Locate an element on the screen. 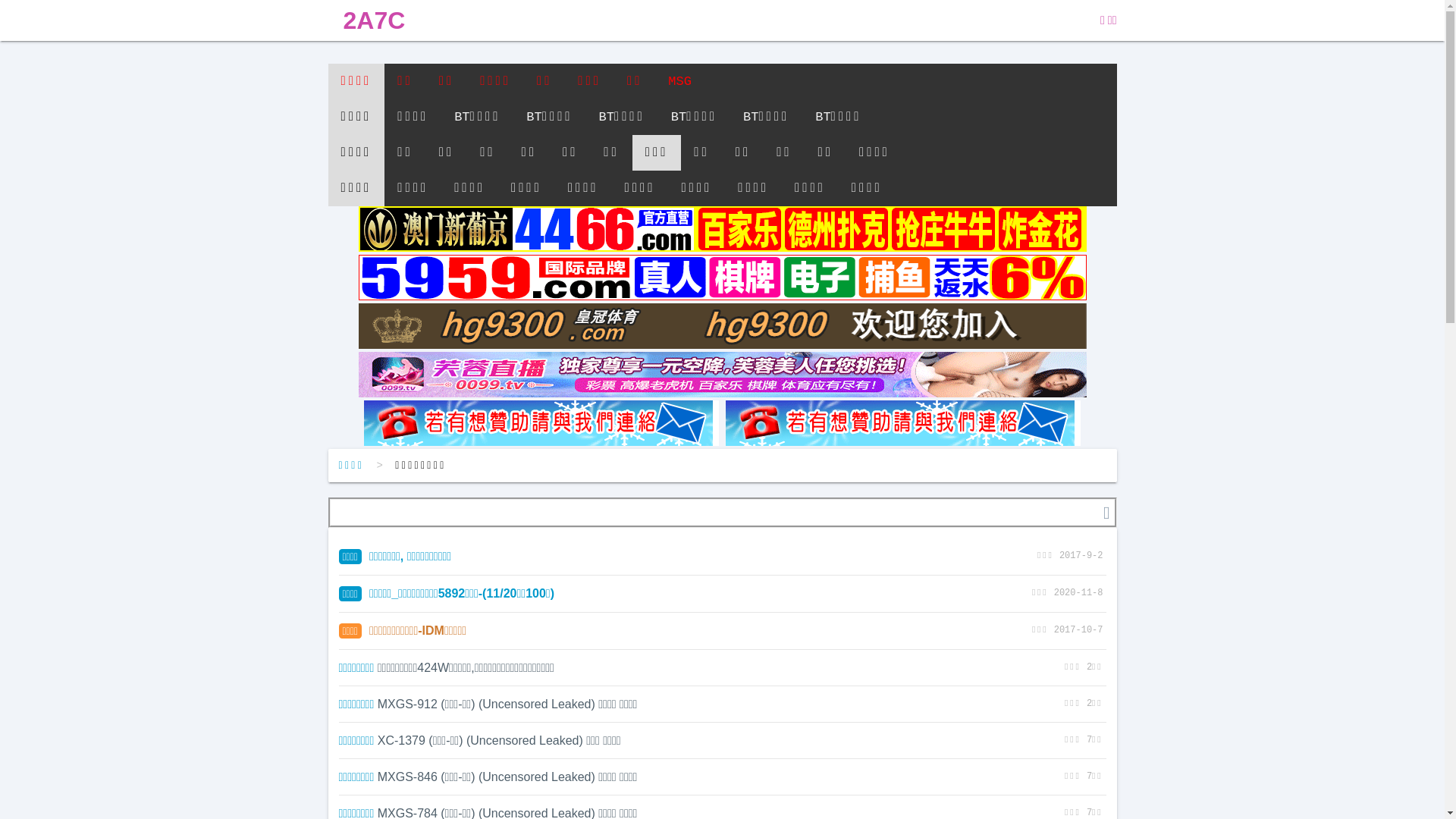 This screenshot has width=1456, height=819. '2A7C' is located at coordinates (374, 20).